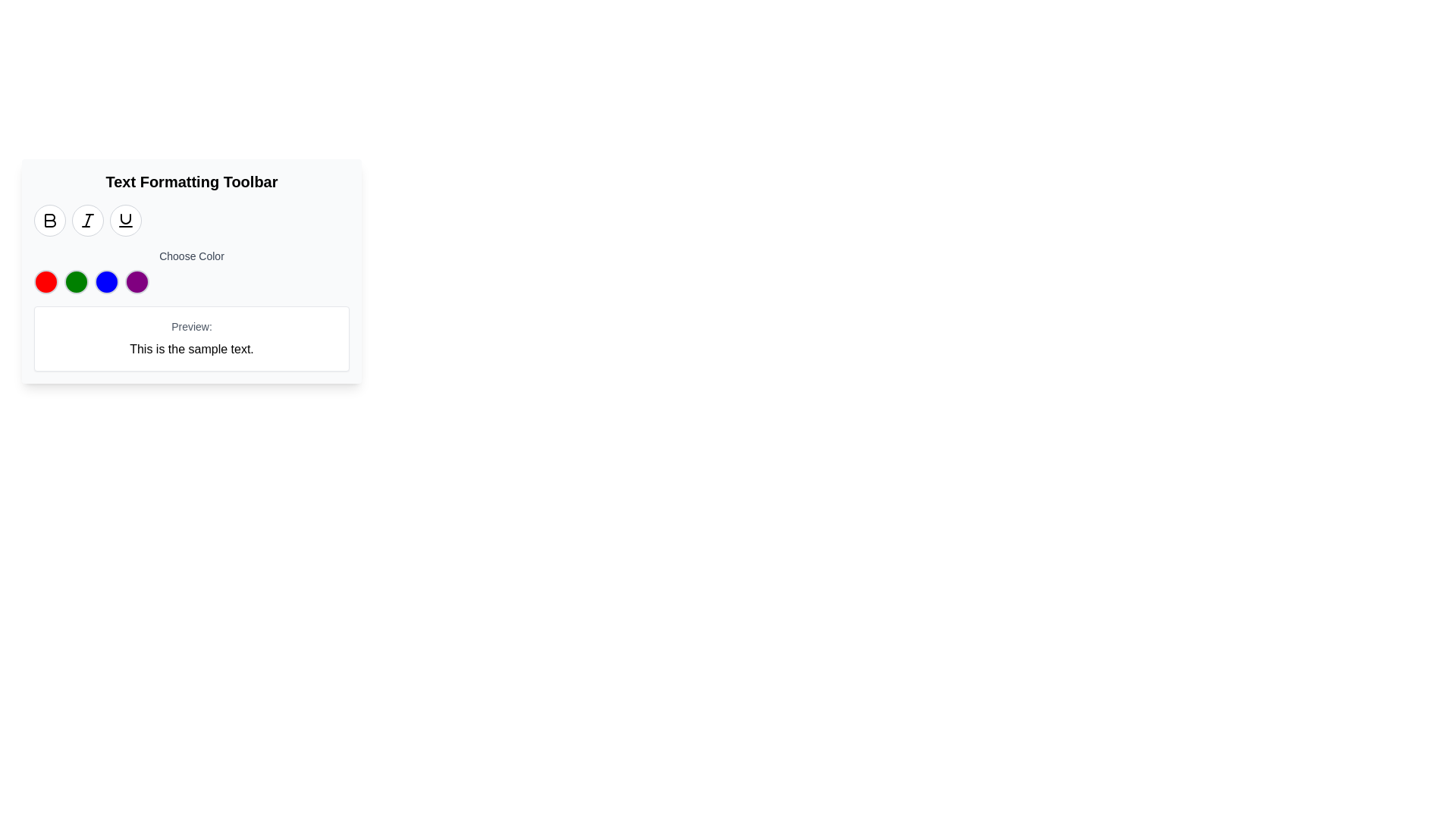  Describe the element at coordinates (191, 326) in the screenshot. I see `the static text label that reads 'Preview:' which is styled in light gray with a small font size, located above the text 'This is the sample text.'` at that location.